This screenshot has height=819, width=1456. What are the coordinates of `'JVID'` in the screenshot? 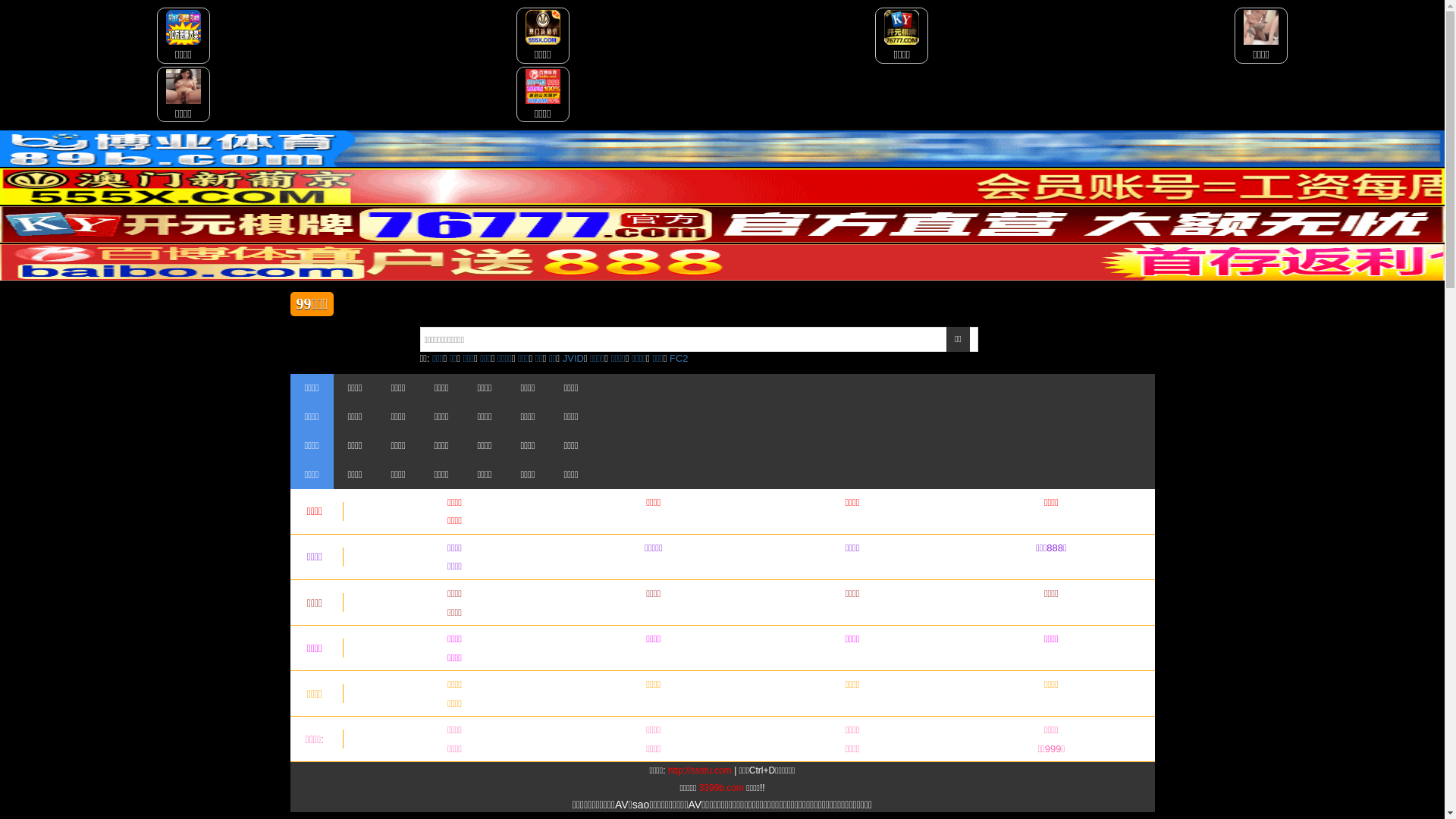 It's located at (573, 358).